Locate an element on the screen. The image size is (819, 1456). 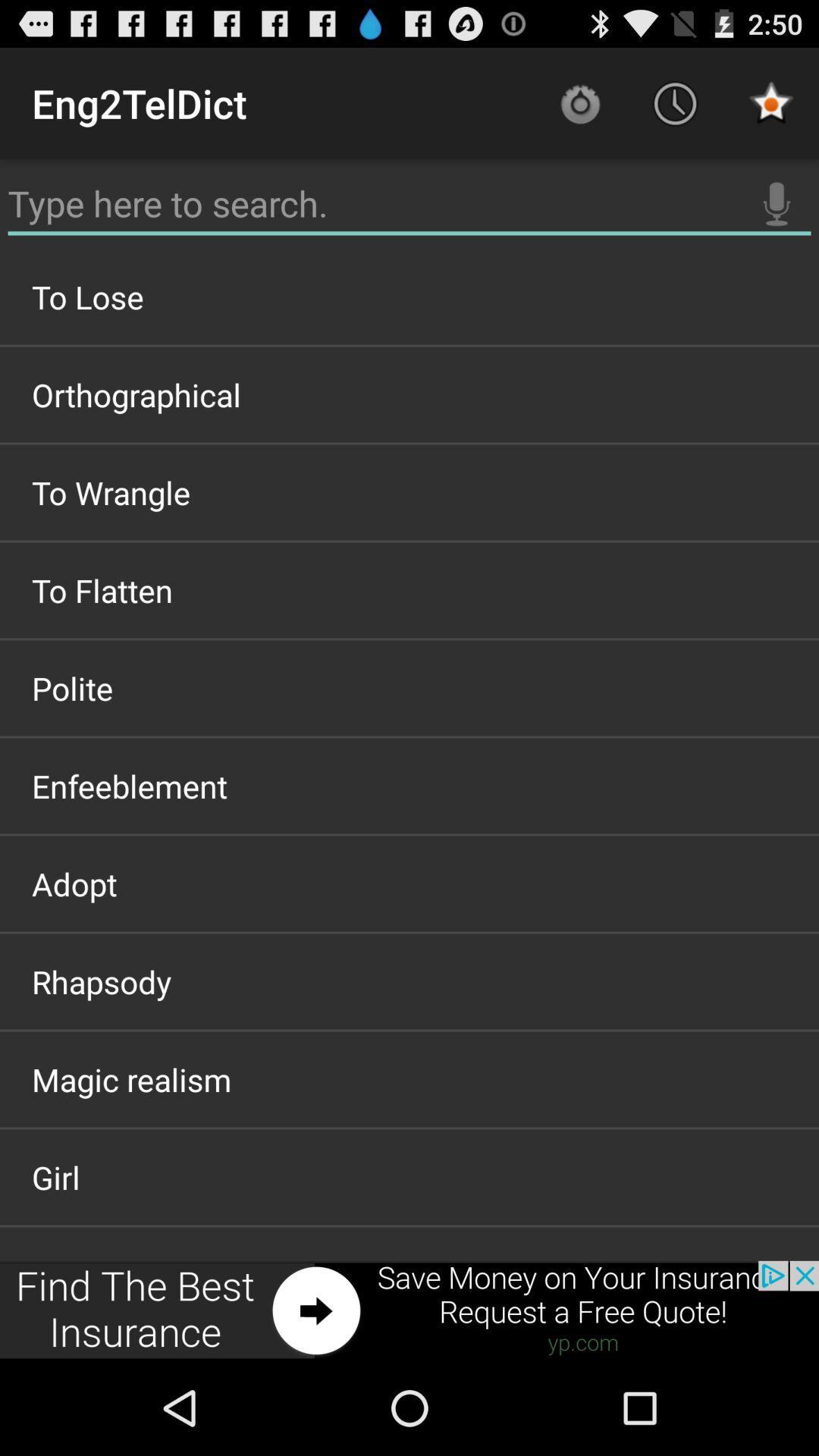
to flatten icon is located at coordinates (409, 589).